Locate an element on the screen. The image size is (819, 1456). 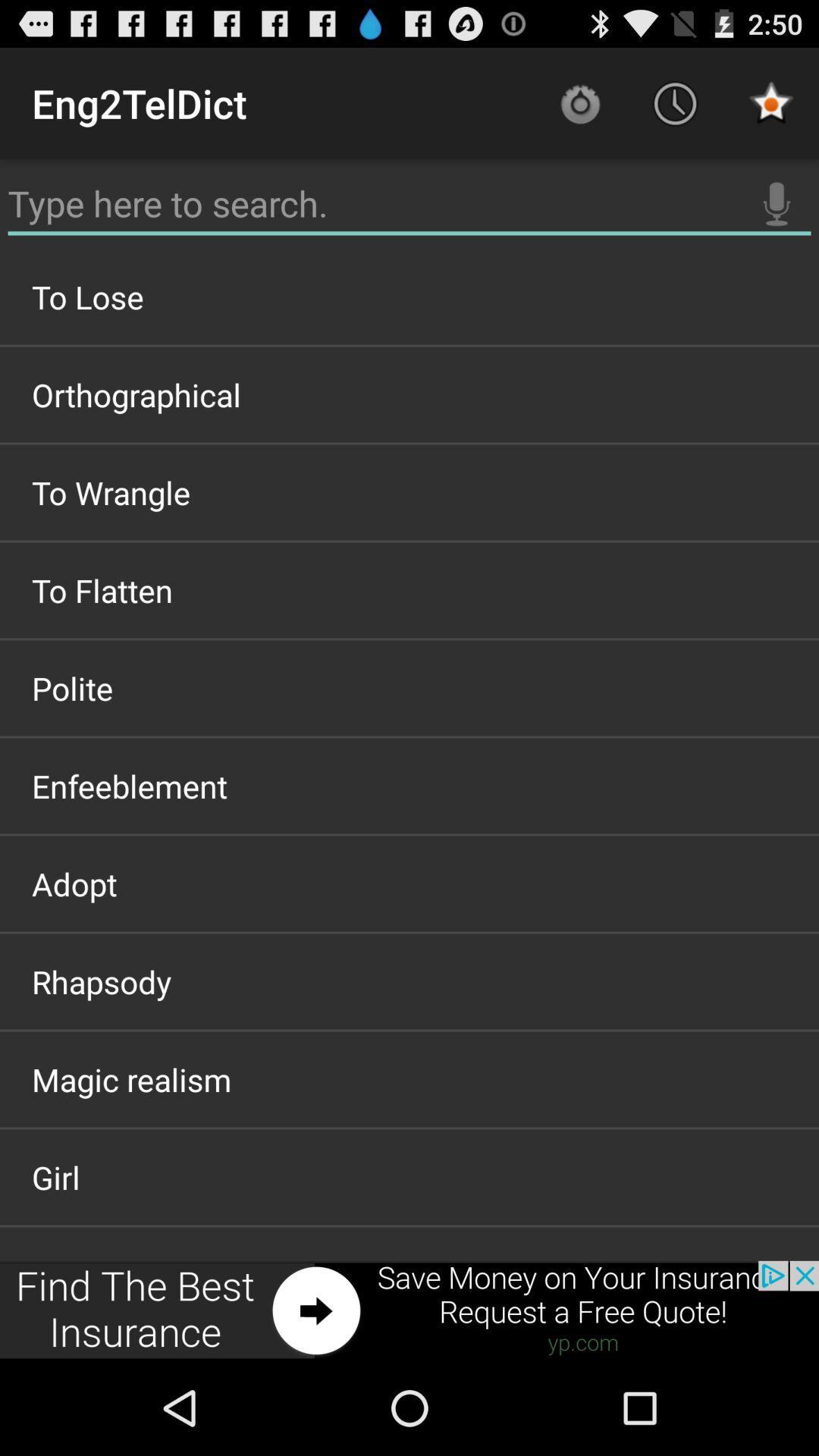
to flatten icon is located at coordinates (409, 589).